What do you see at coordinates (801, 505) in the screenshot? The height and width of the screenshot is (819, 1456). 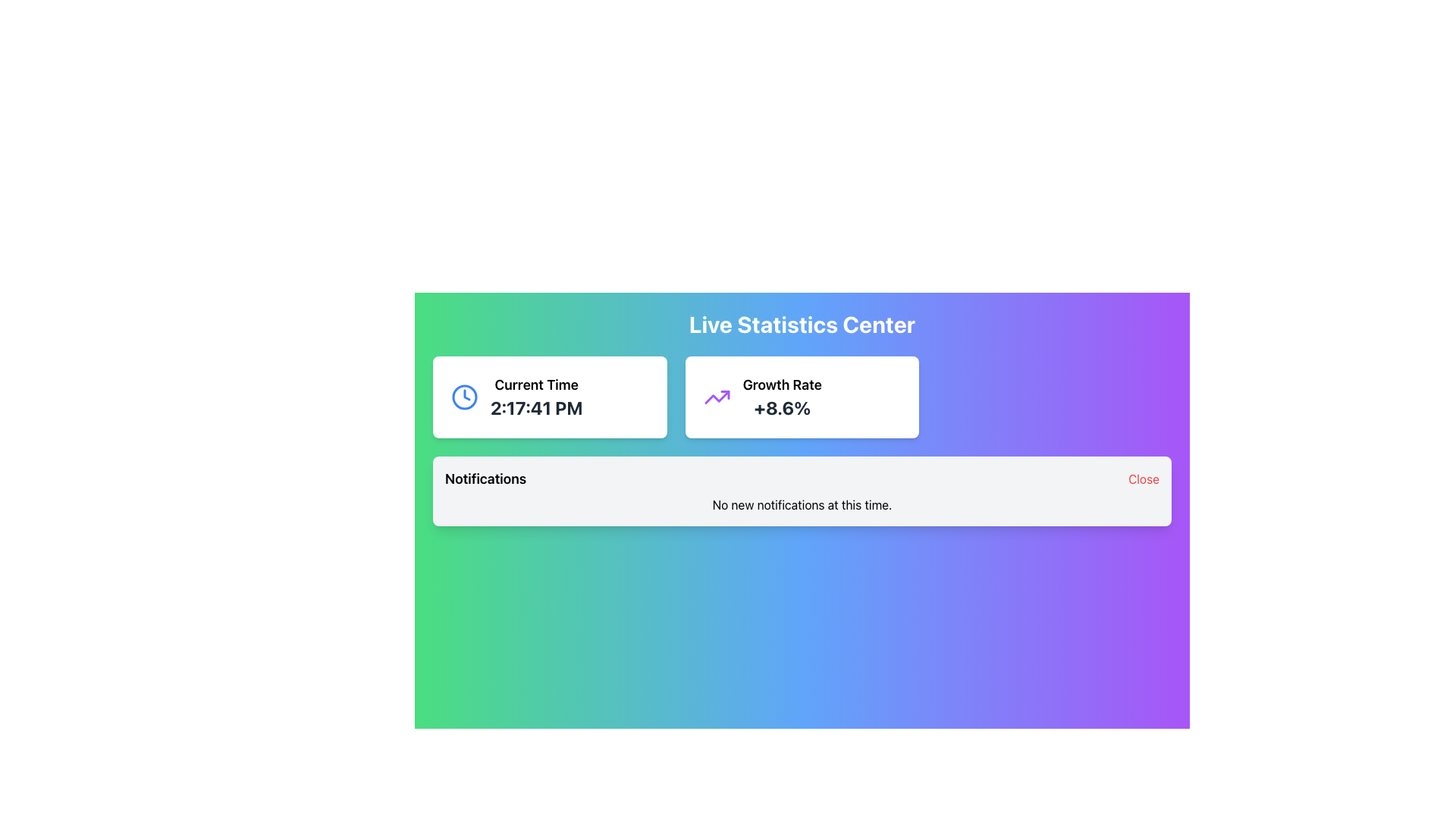 I see `the text label that reads 'No new notifications at this time.' which is located within the notification panel, below the 'Notifications' and 'Close' buttons` at bounding box center [801, 505].